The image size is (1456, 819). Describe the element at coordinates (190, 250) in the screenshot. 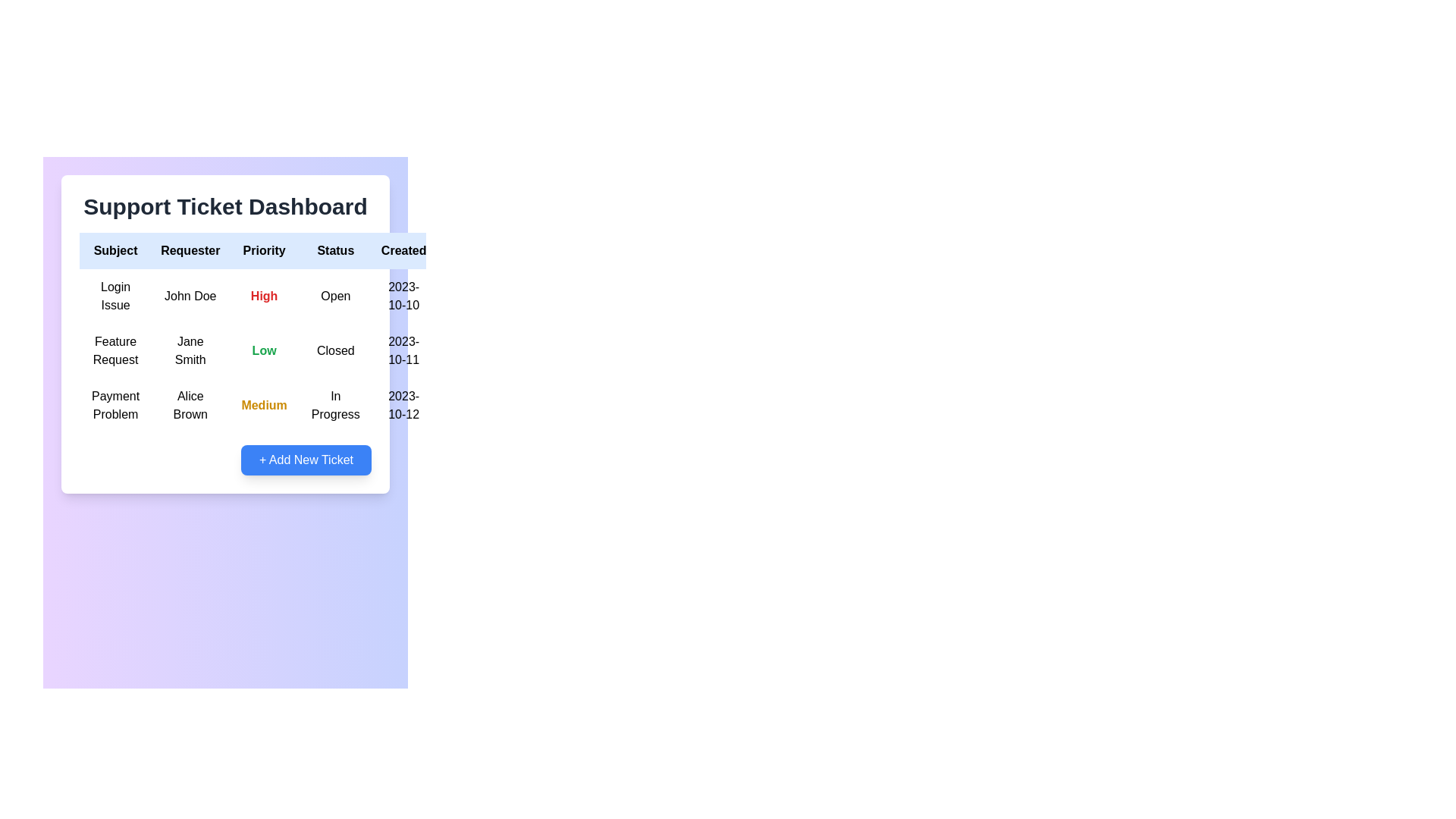

I see `the 'Requester' header label in the Support Ticket Dashboard, which is the second column in a sequence of headers` at that location.